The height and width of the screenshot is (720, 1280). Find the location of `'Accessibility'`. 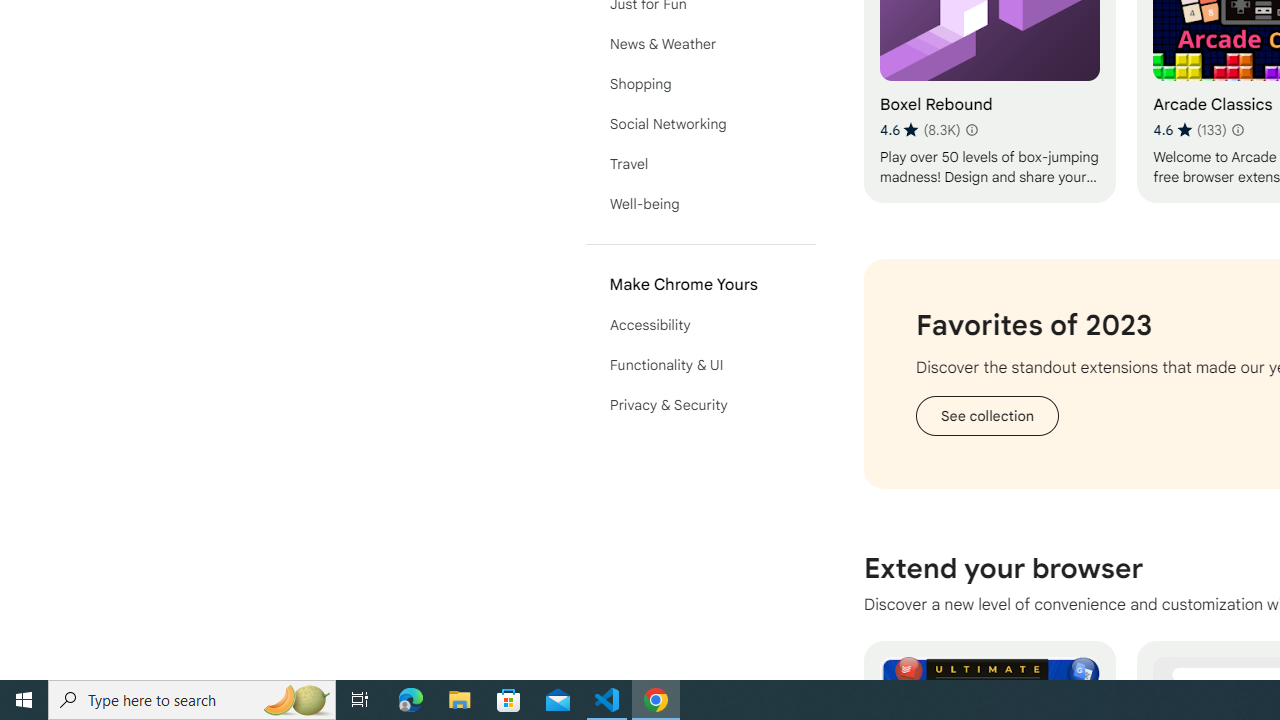

'Accessibility' is located at coordinates (700, 324).